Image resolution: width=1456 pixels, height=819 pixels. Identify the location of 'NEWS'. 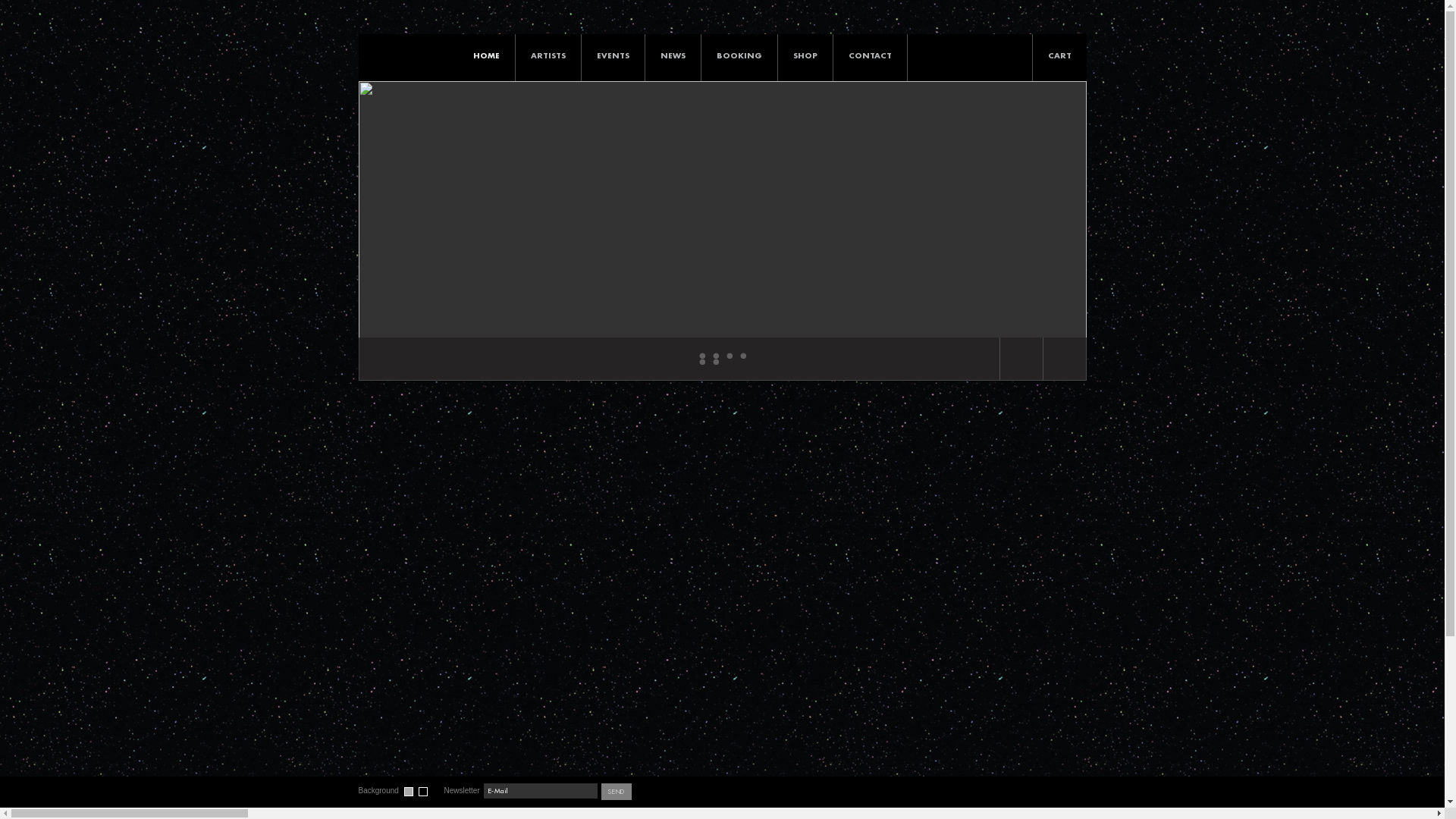
(644, 55).